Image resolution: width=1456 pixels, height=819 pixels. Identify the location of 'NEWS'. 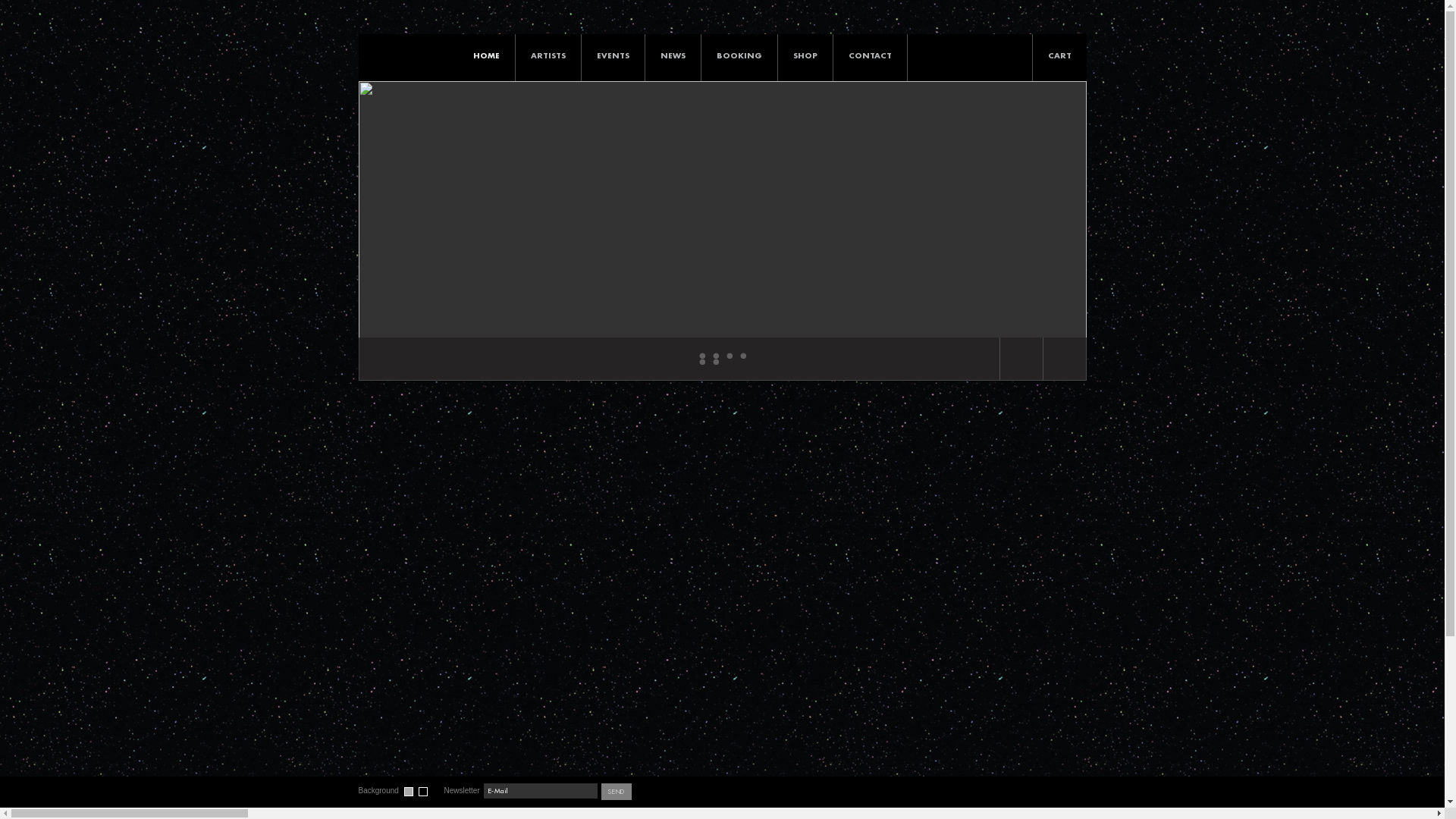
(644, 55).